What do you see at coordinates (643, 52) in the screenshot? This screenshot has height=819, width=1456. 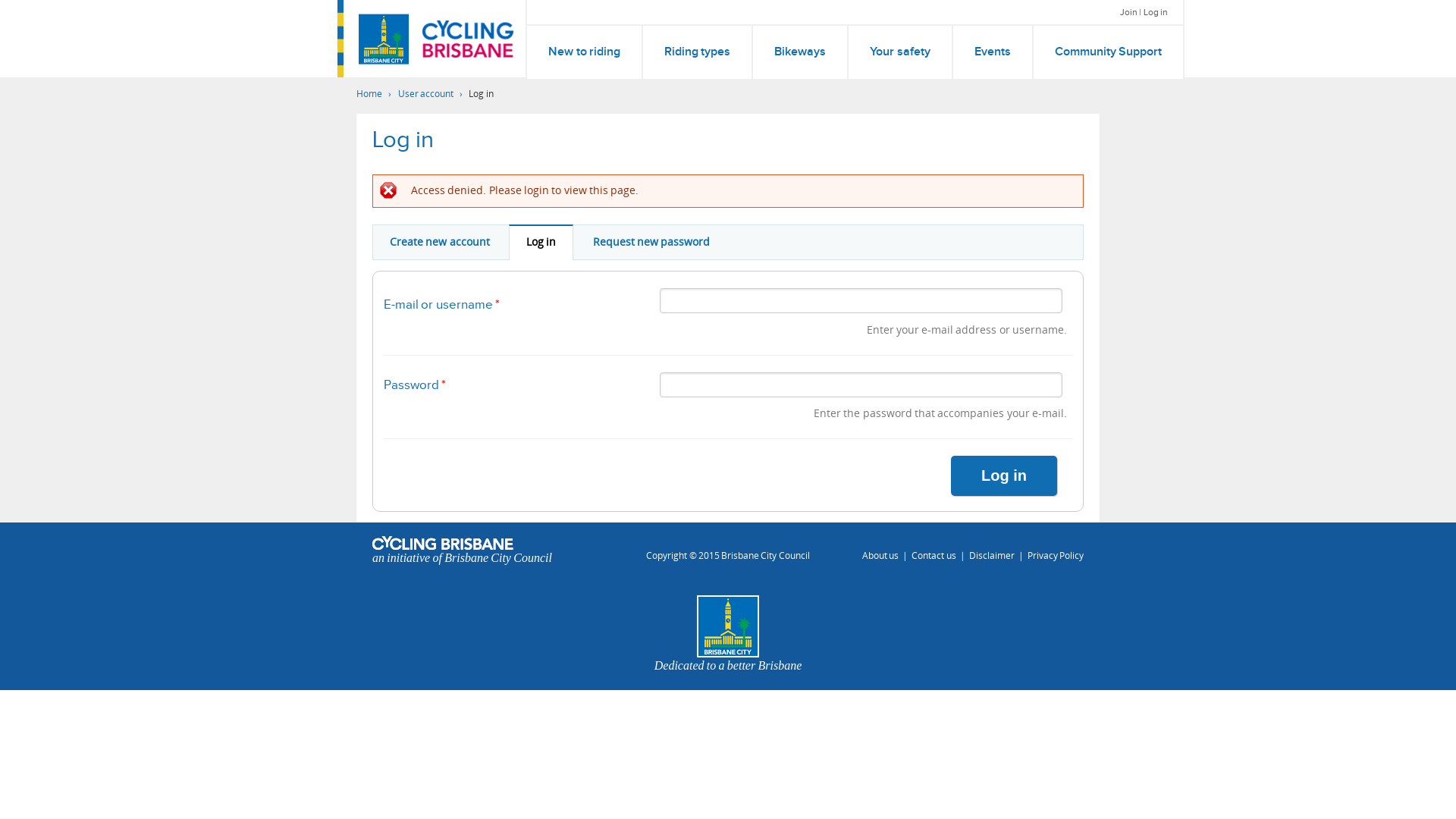 I see `'Riding types'` at bounding box center [643, 52].